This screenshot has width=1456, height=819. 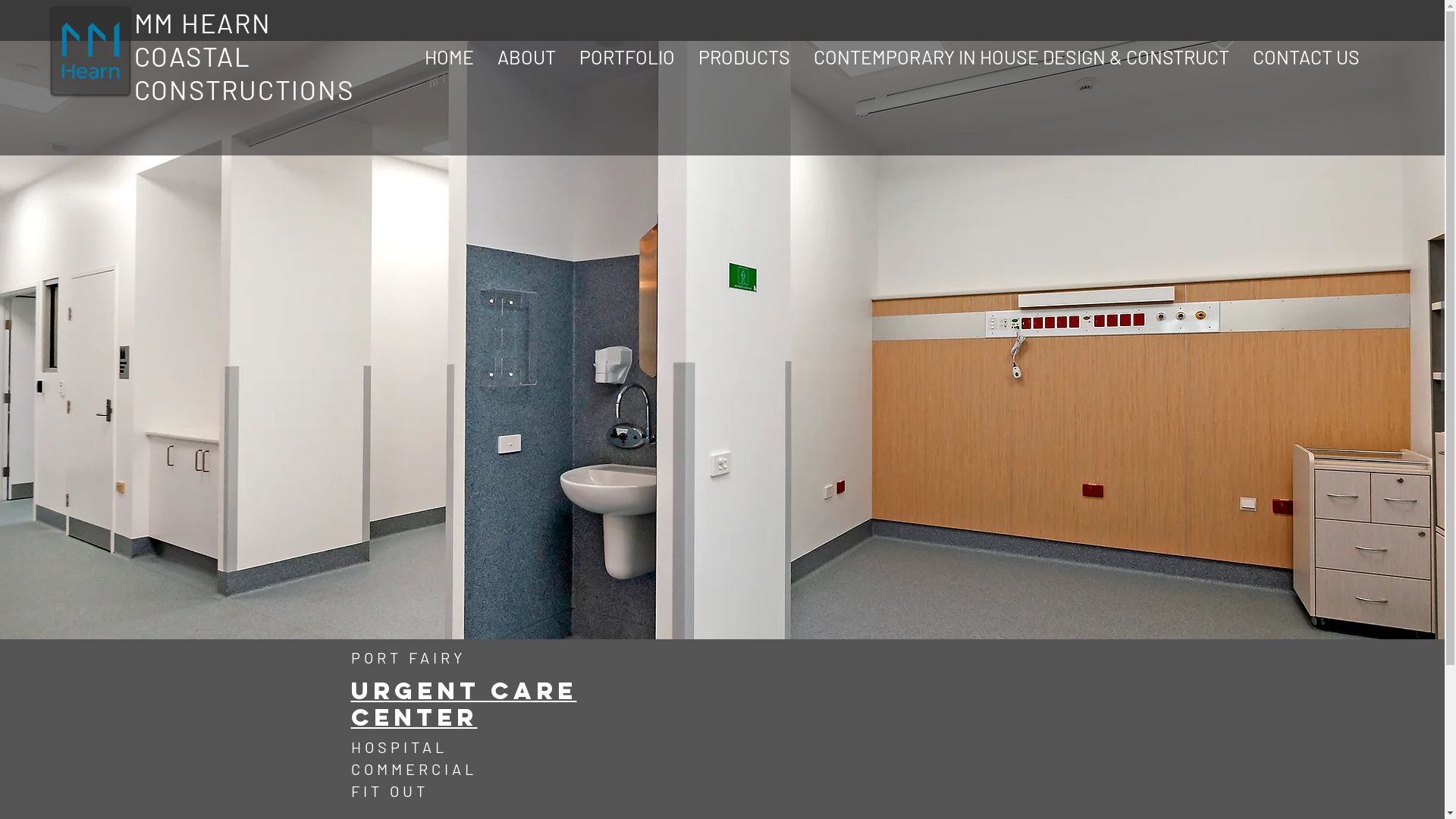 What do you see at coordinates (526, 55) in the screenshot?
I see `'ABOUT'` at bounding box center [526, 55].